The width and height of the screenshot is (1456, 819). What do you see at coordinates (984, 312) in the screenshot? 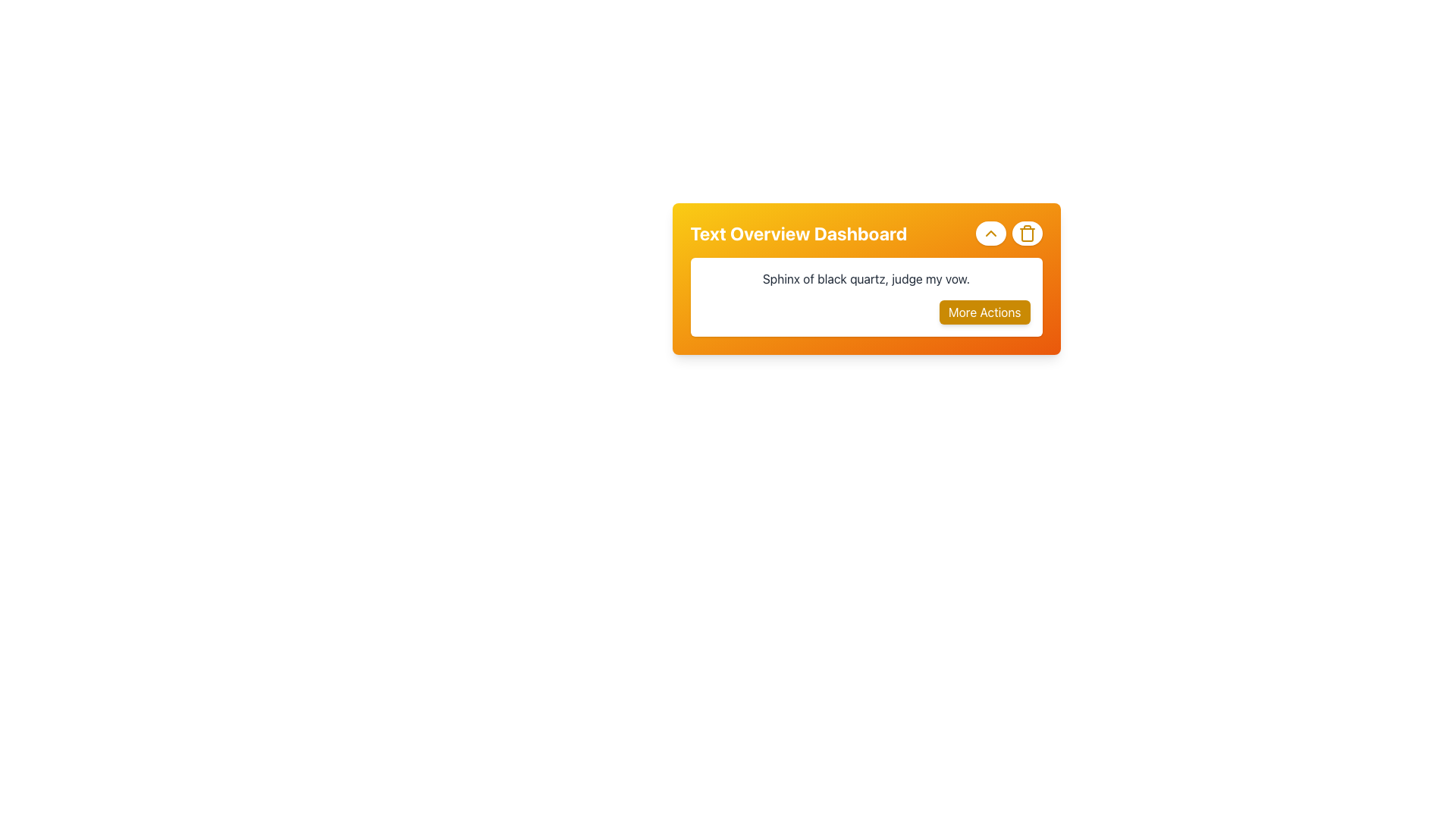
I see `the button located at the bottom-right corner of the 'Text Overview Dashboard' panel` at bounding box center [984, 312].